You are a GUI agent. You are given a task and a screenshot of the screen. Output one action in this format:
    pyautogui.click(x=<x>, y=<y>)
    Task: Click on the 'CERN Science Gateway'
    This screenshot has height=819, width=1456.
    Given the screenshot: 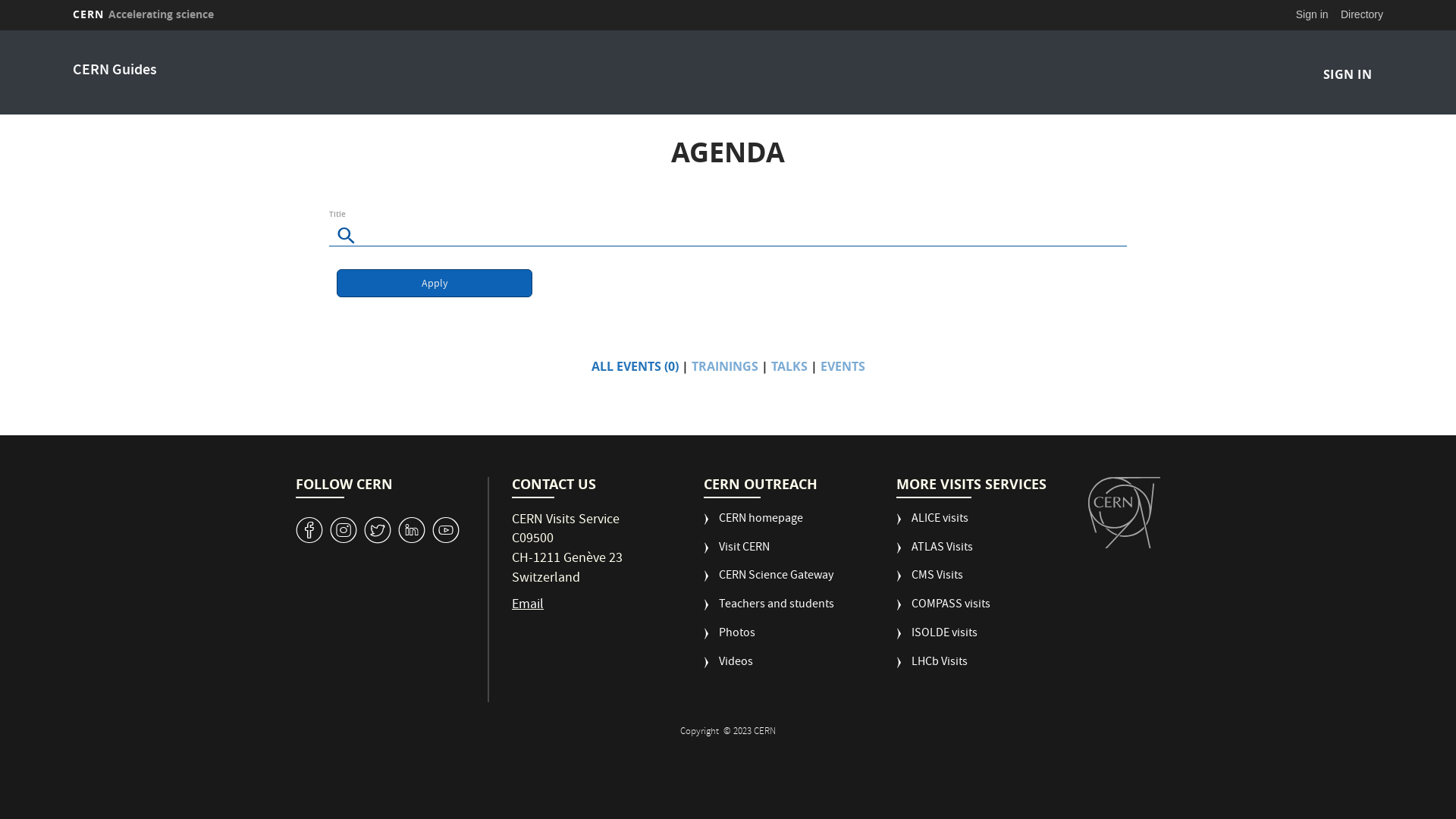 What is the action you would take?
    pyautogui.click(x=702, y=581)
    